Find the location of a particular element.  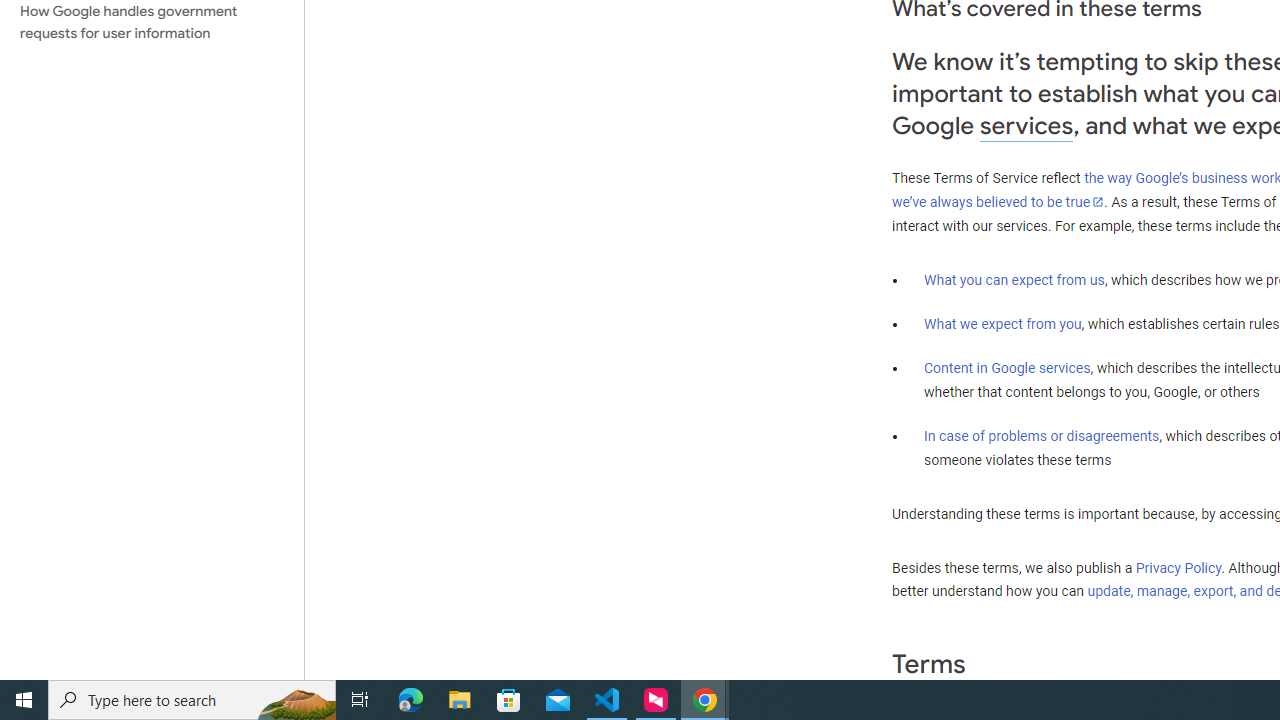

'What you can expect from us' is located at coordinates (1014, 279).